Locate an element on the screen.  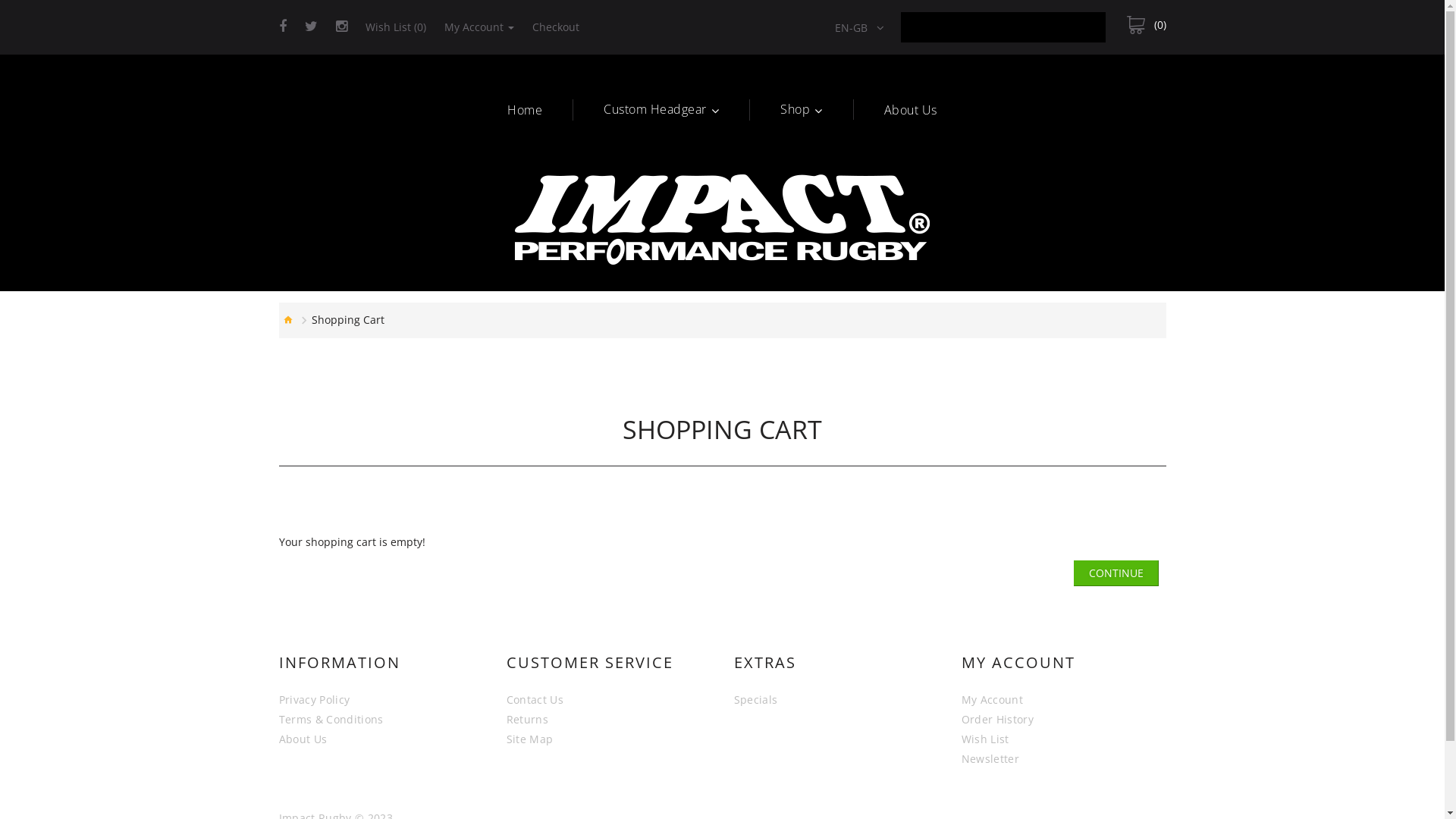
'Custom Headgear' is located at coordinates (603, 109).